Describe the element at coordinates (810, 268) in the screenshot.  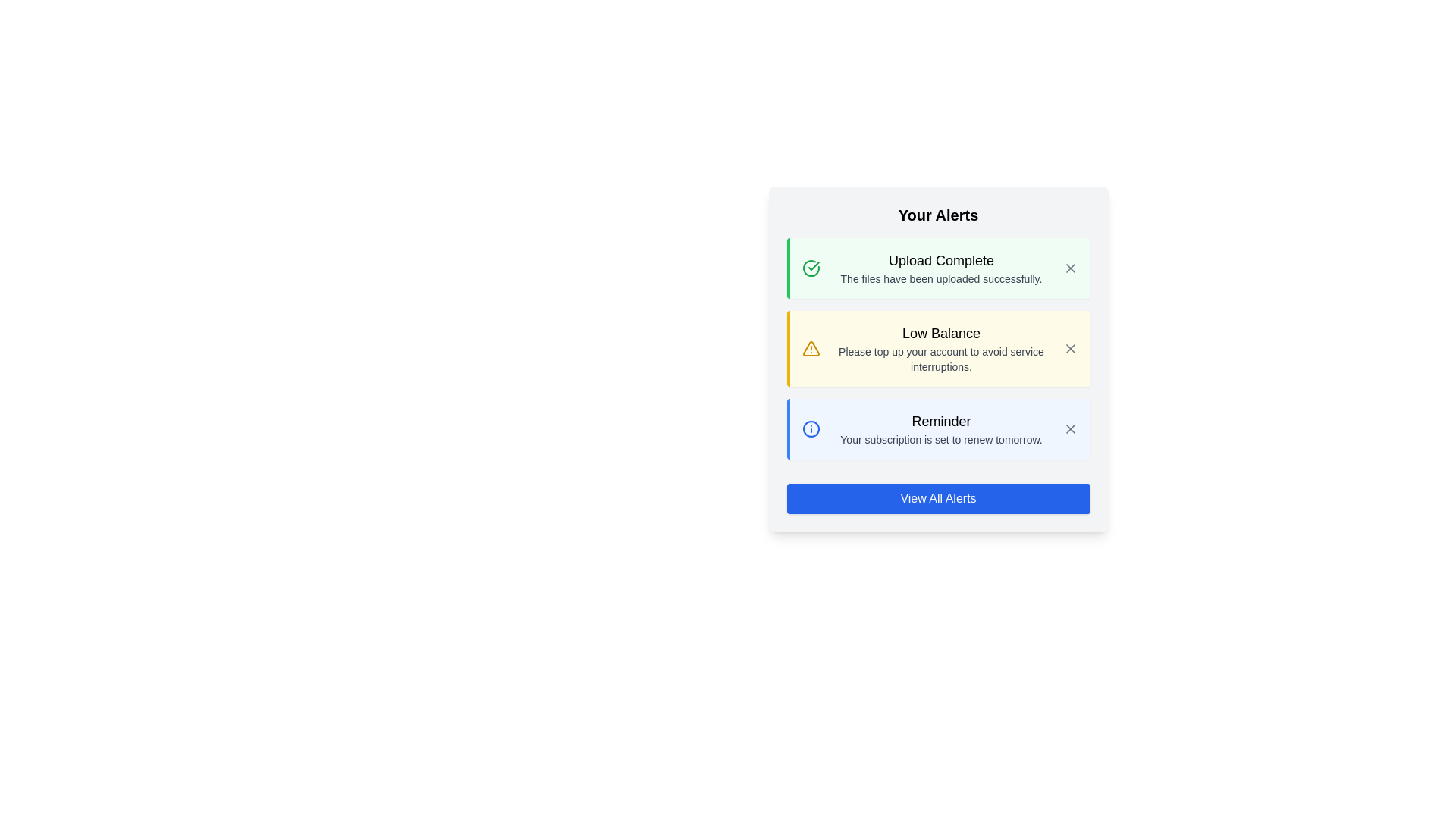
I see `the upload complete icon located at the top-left corner of the 'Upload Complete' alert box to indicate successful completion of an upload event` at that location.